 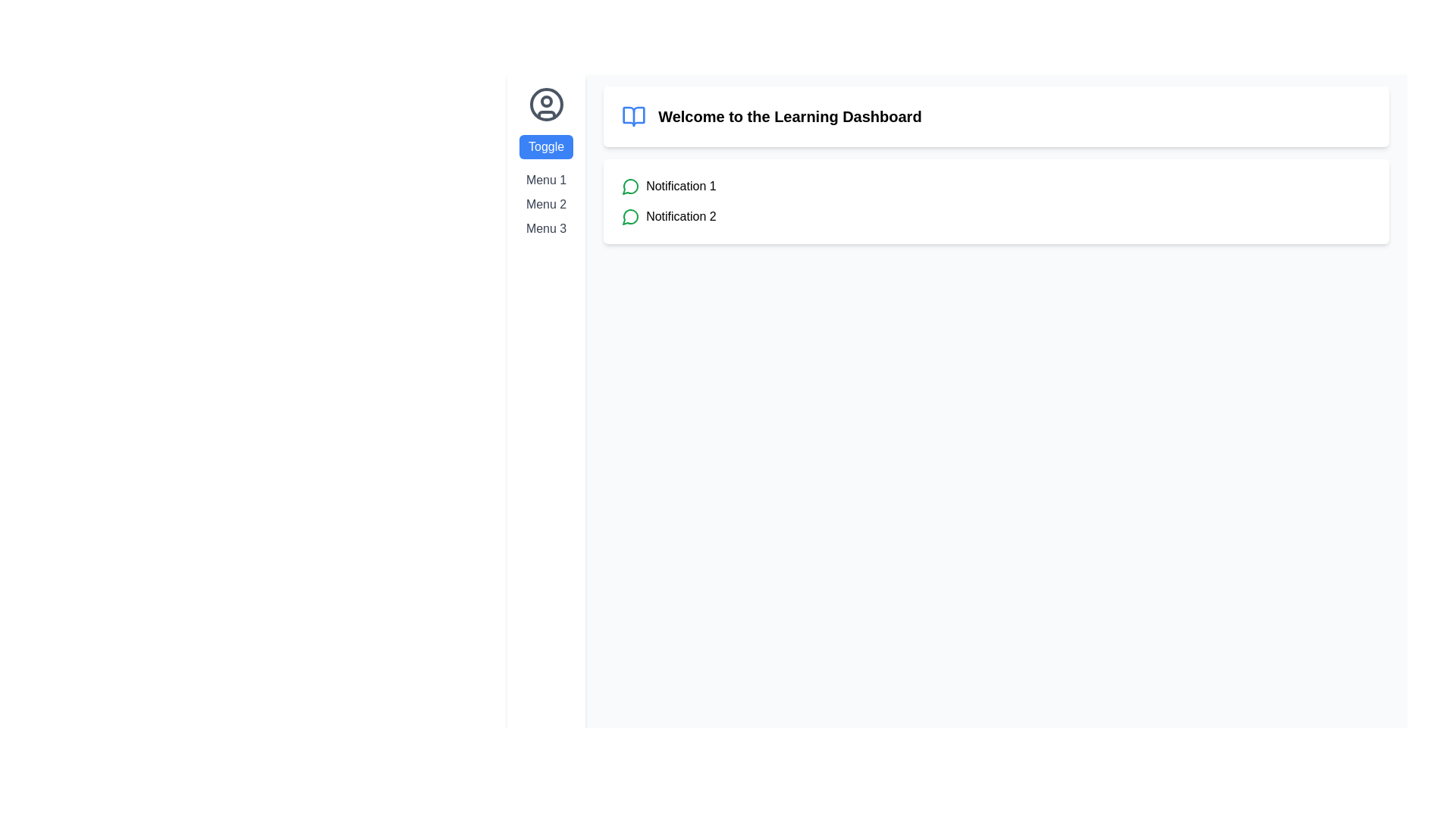 I want to click on the circular user profile icon located at the top-left corner of the sidebar, so click(x=546, y=104).